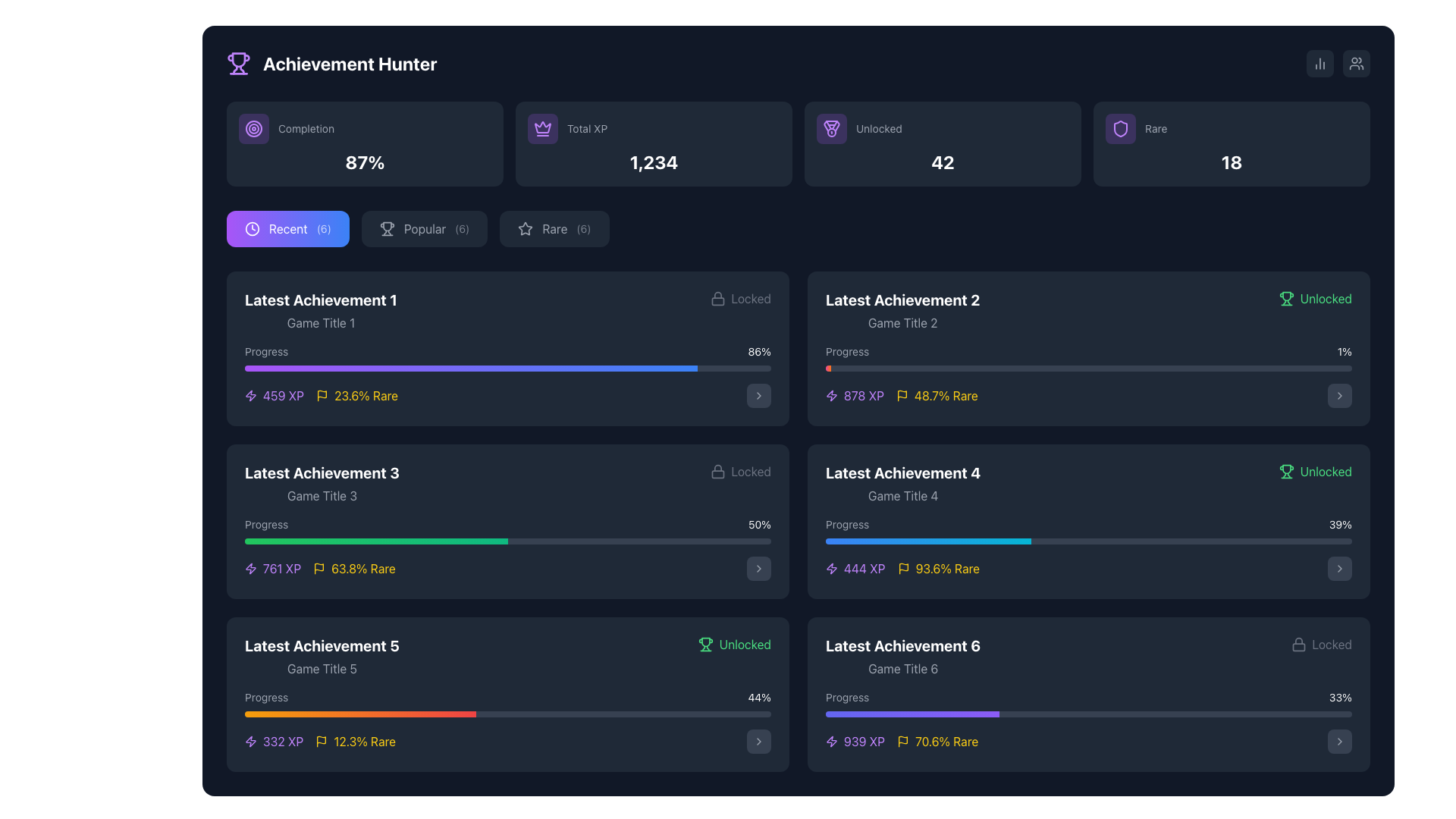  I want to click on the lock icon located to the left of the 'Locked' label, which indicates that the associated content is locked or restricted, so click(717, 298).